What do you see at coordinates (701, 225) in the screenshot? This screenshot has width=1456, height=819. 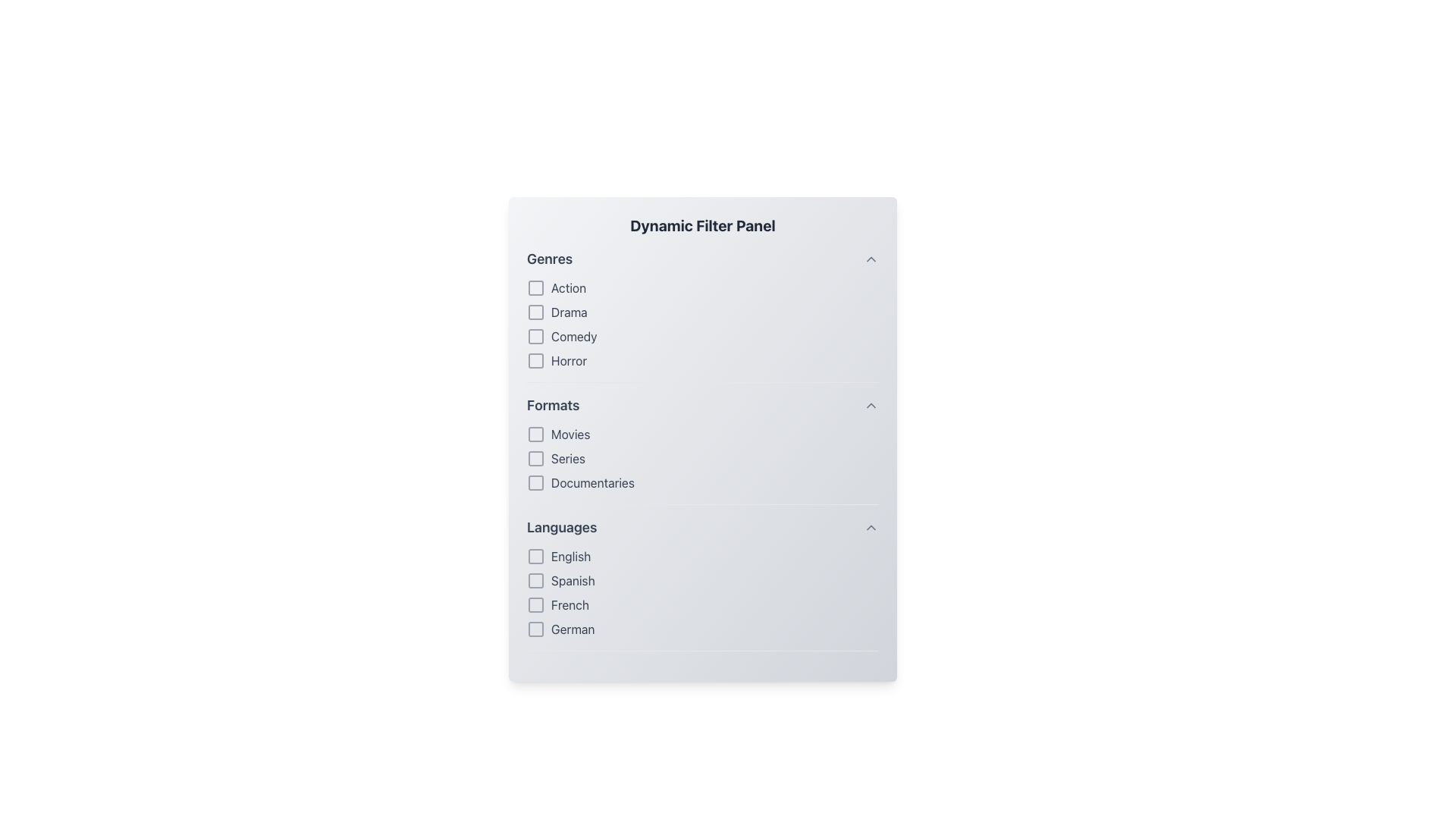 I see `the heading element that indicates the 'Dynamic Filter Panel' feature, which is centrally placed at the top of the panel` at bounding box center [701, 225].